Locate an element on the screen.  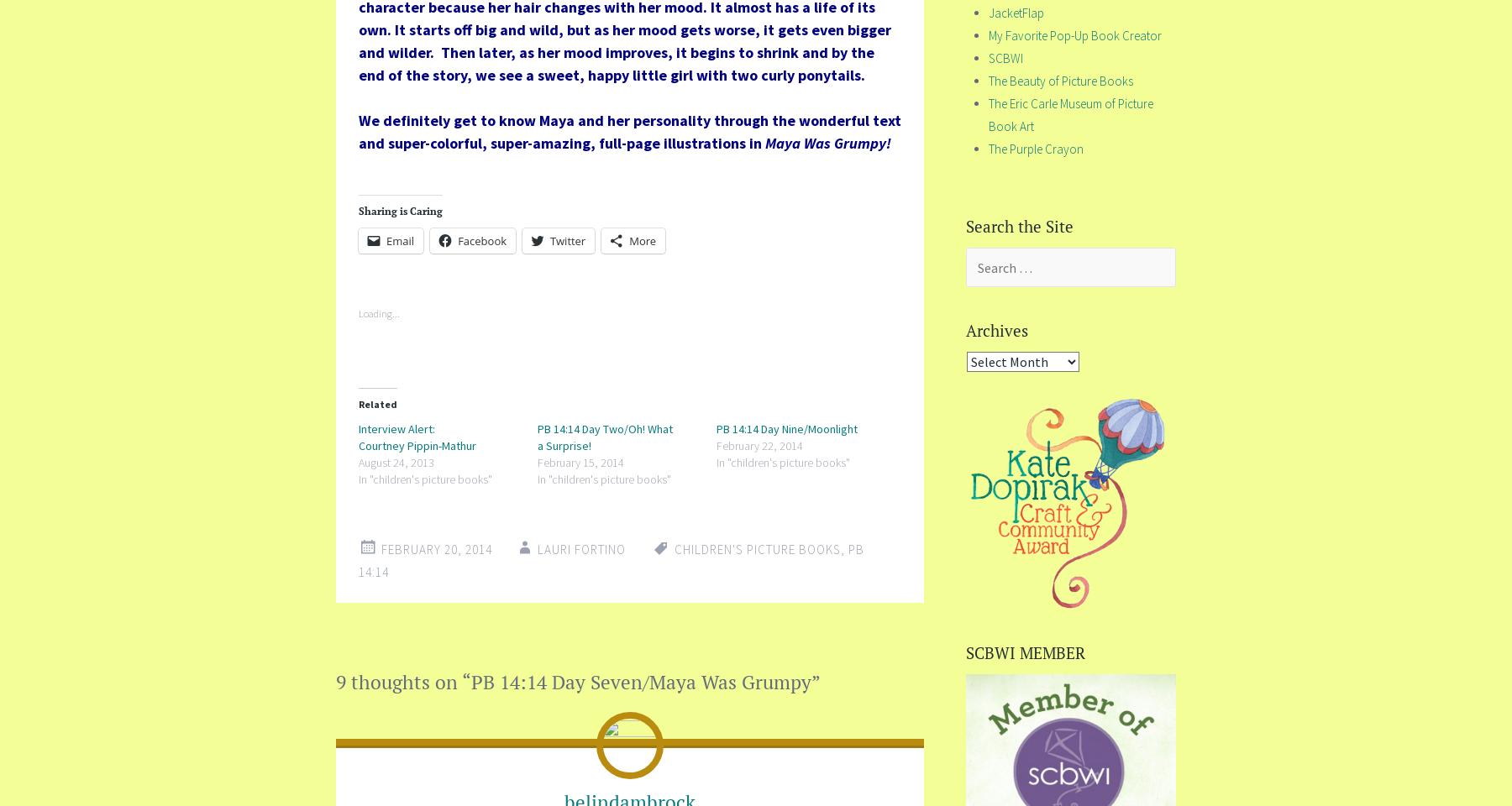
'SCBWI' is located at coordinates (1005, 57).